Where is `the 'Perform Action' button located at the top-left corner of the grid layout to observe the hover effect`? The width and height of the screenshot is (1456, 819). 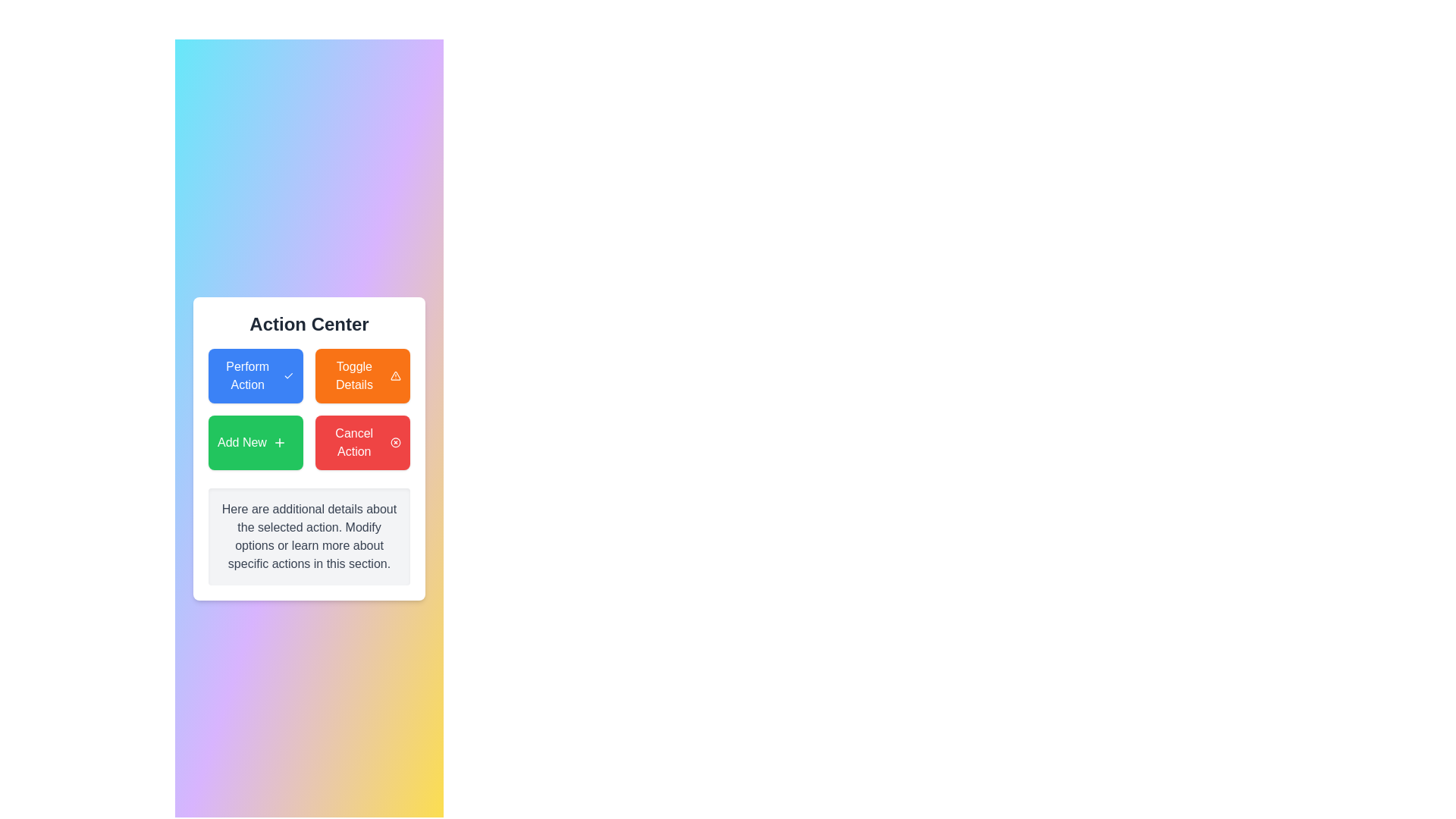 the 'Perform Action' button located at the top-left corner of the grid layout to observe the hover effect is located at coordinates (256, 375).